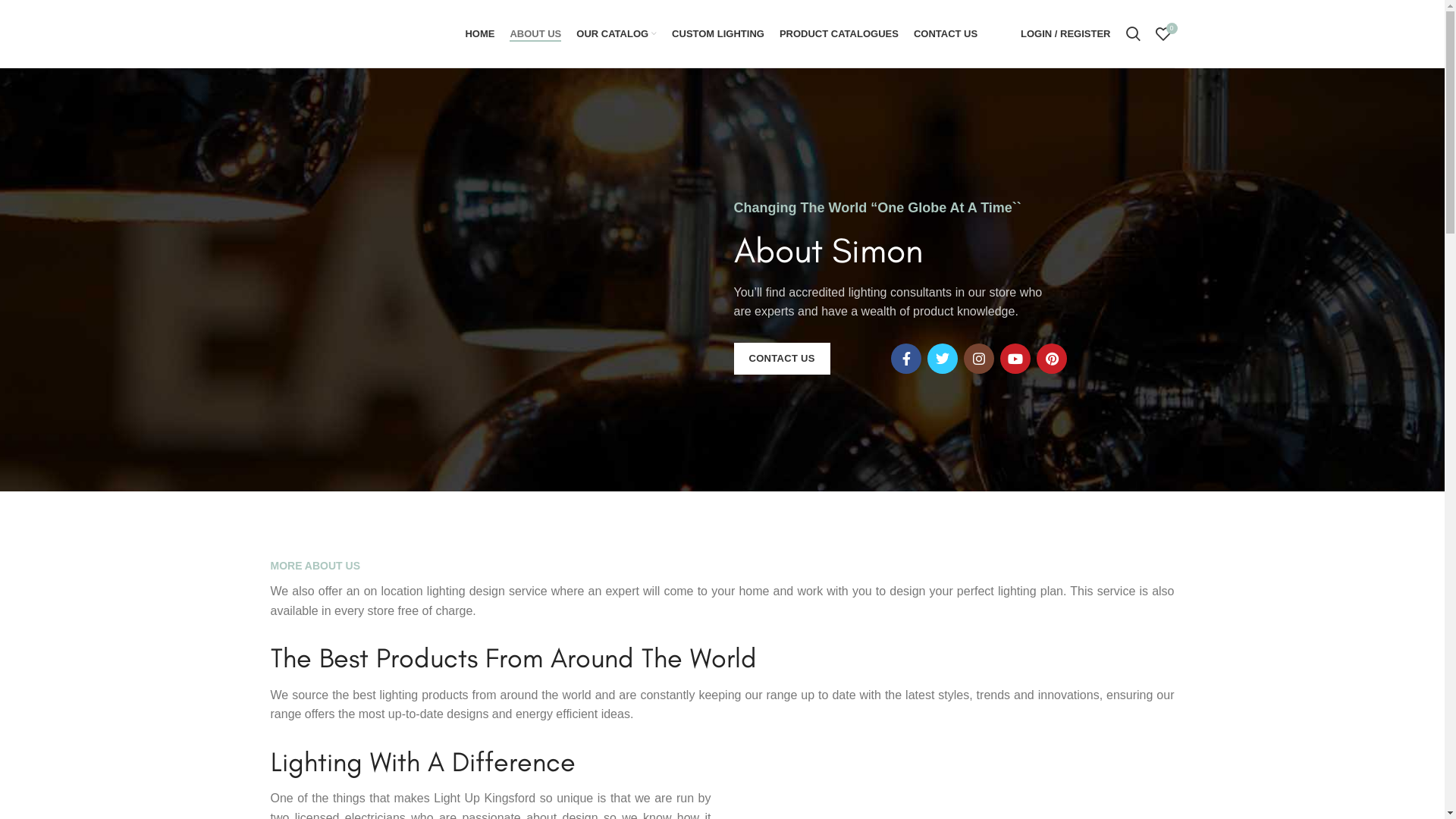 The width and height of the screenshot is (1456, 819). I want to click on 'PRODUCT CATALOGUES', so click(838, 33).